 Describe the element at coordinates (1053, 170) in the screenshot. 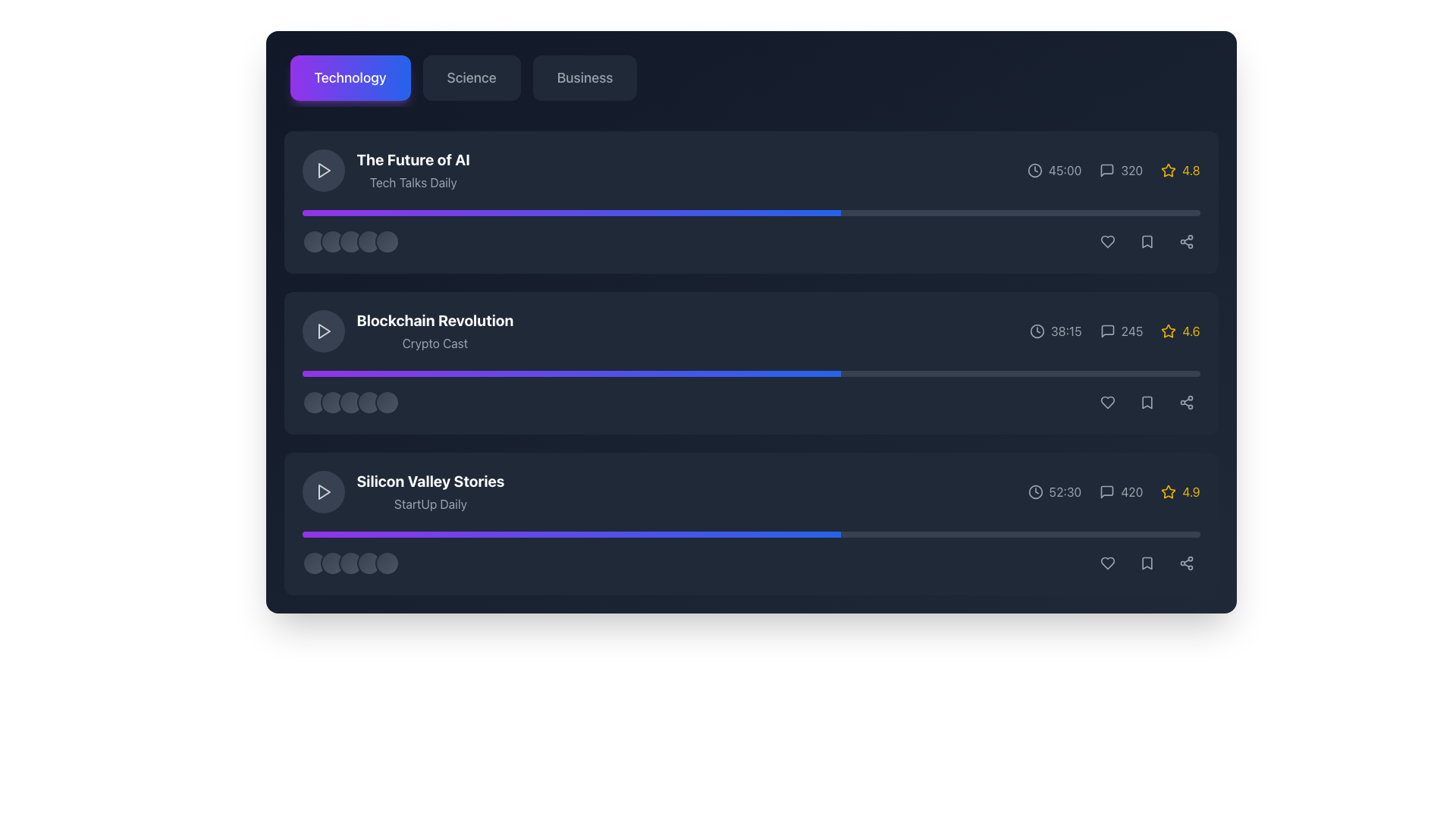

I see `the icon with text that indicates the duration of the content associated with the card titled 'The Future of AI', located in the top-right section of the card` at that location.